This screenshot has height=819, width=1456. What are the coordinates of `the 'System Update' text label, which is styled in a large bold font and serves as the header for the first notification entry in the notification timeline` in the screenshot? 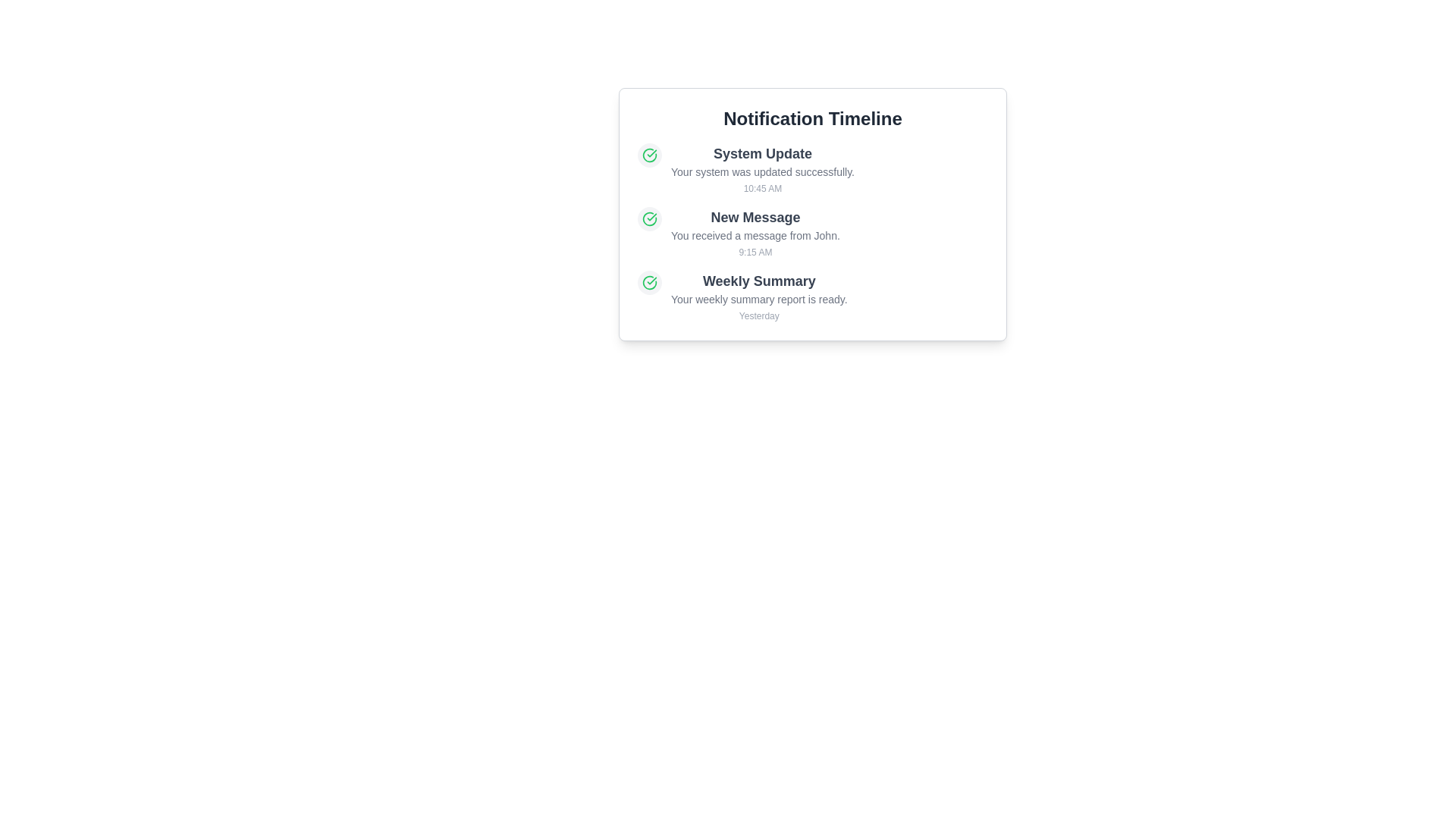 It's located at (763, 154).